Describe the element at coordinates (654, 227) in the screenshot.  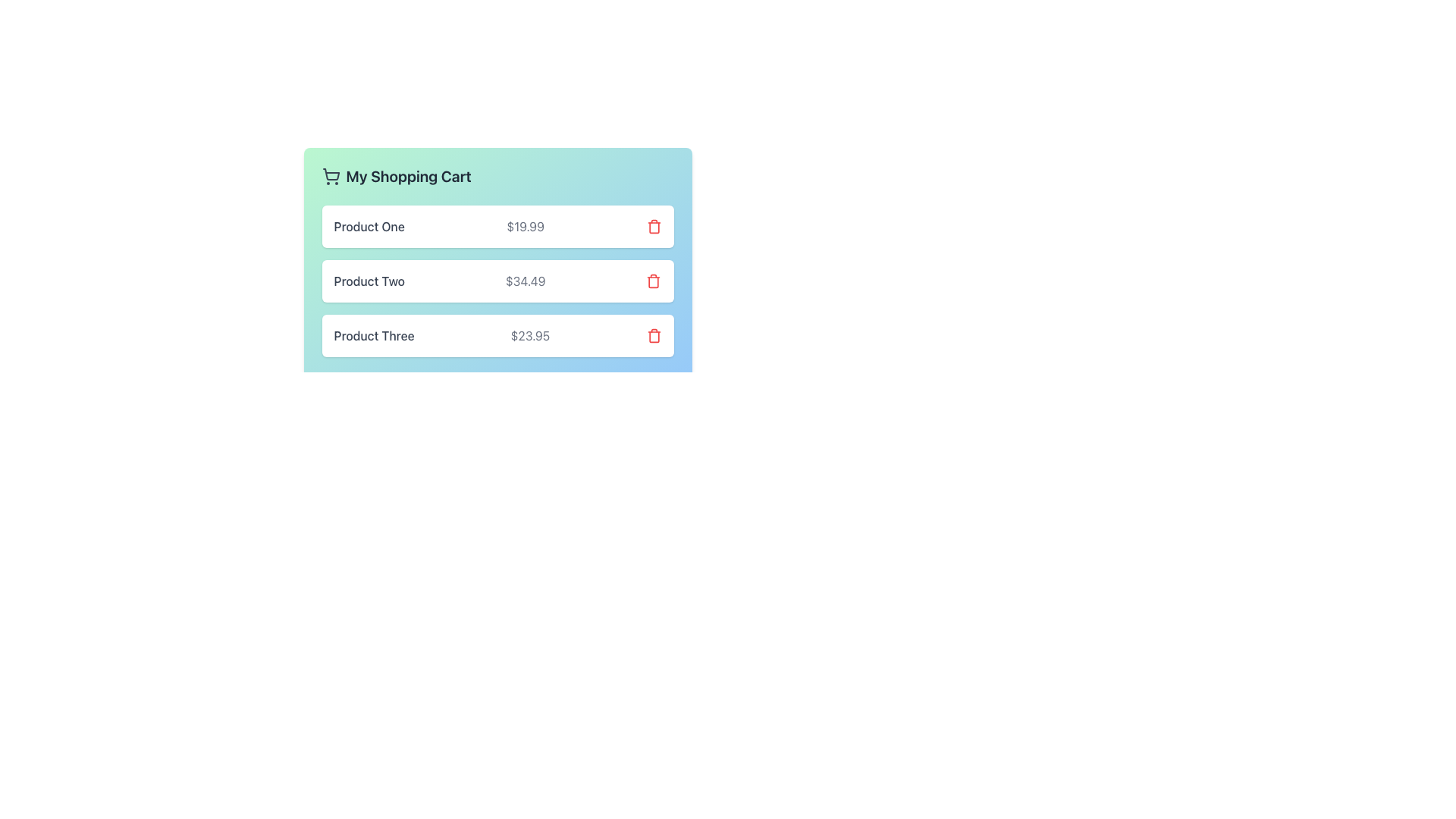
I see `the delete button for the list item labeled 'Product One'` at that location.